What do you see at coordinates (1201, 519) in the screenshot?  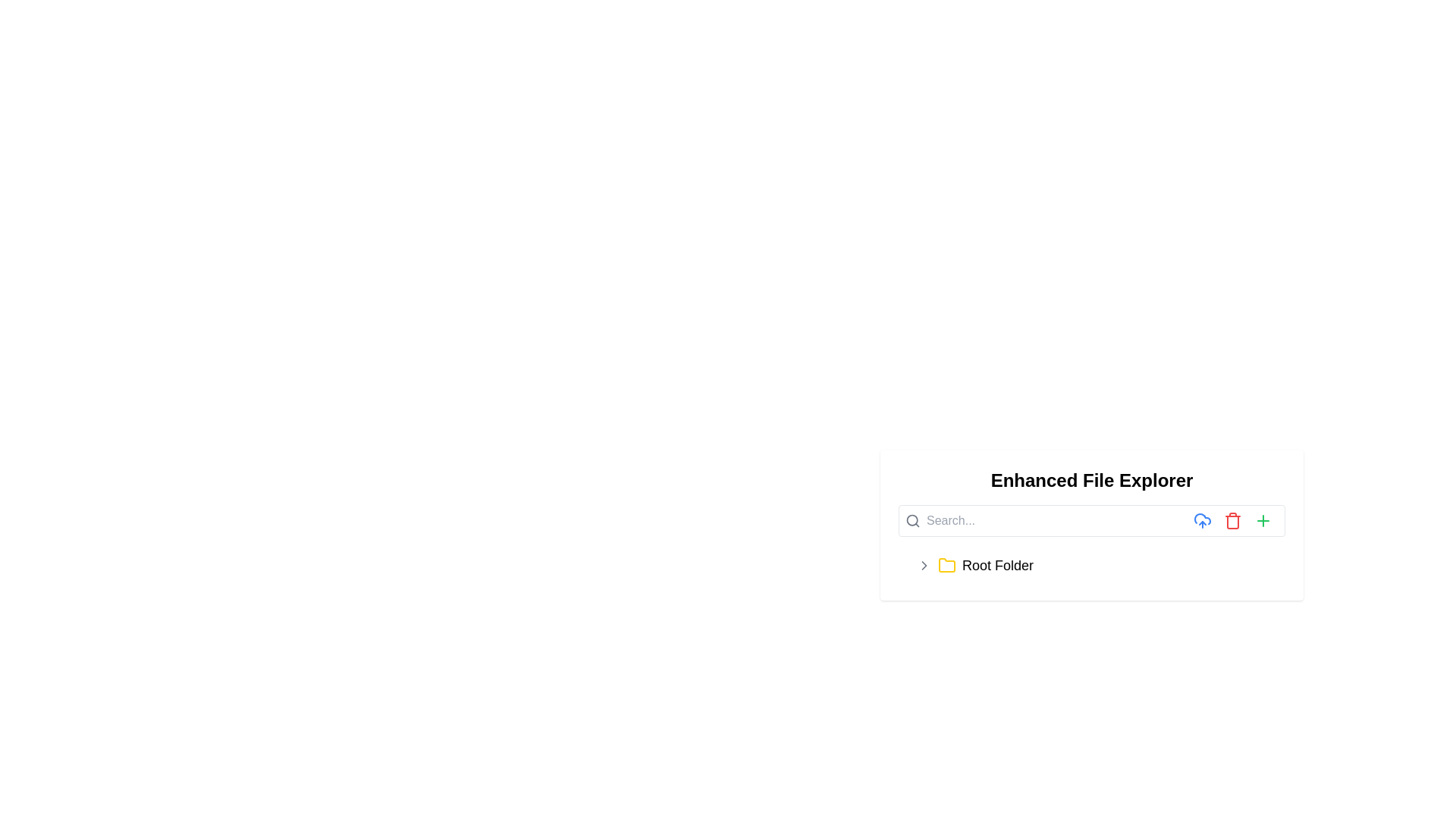 I see `the upload icon button located in the navigation bar to the right of the search bar to initiate the uploading functionality` at bounding box center [1201, 519].